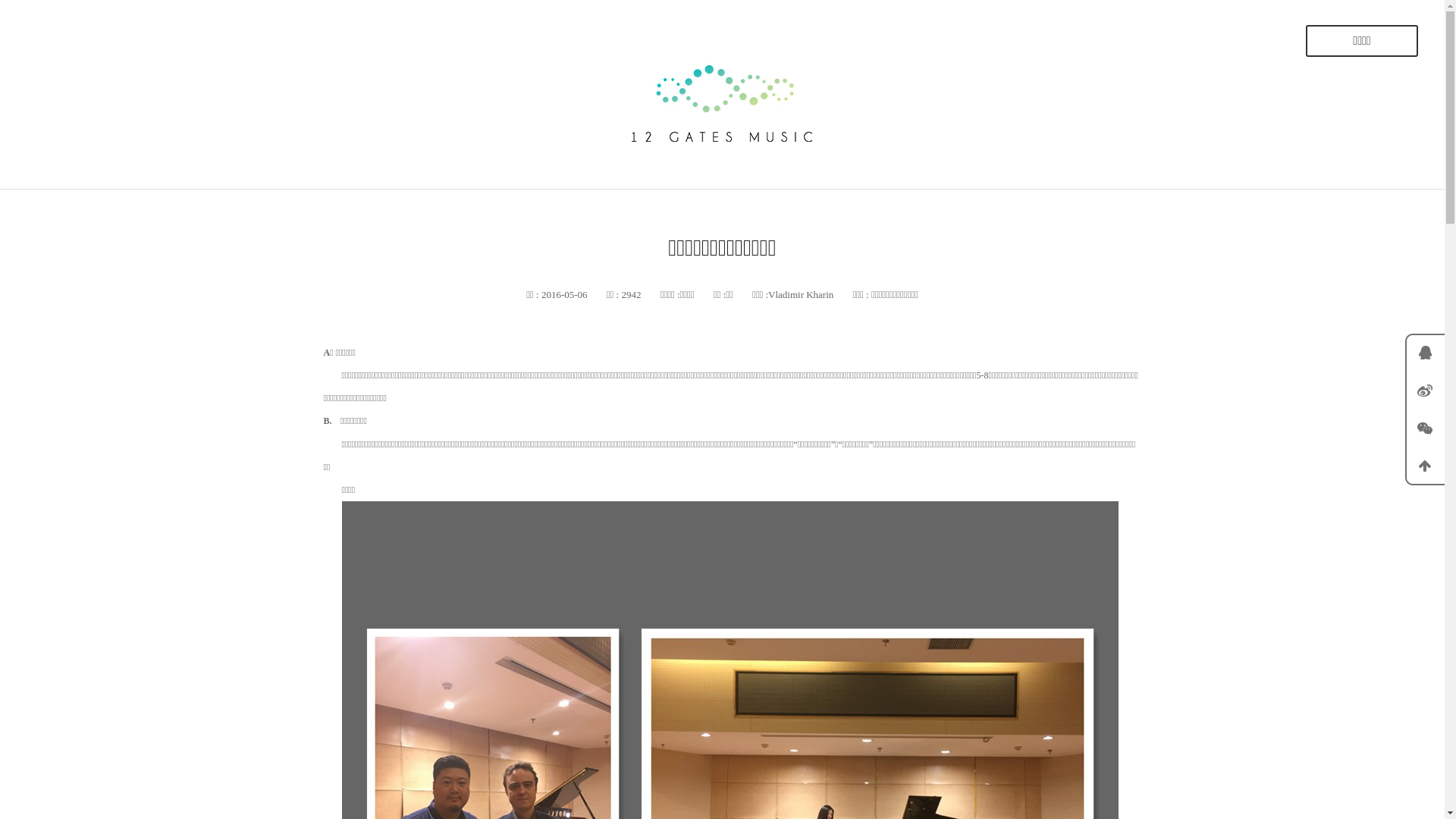 Image resolution: width=1456 pixels, height=819 pixels. Describe the element at coordinates (563, 294) in the screenshot. I see `'2016-05-06'` at that location.